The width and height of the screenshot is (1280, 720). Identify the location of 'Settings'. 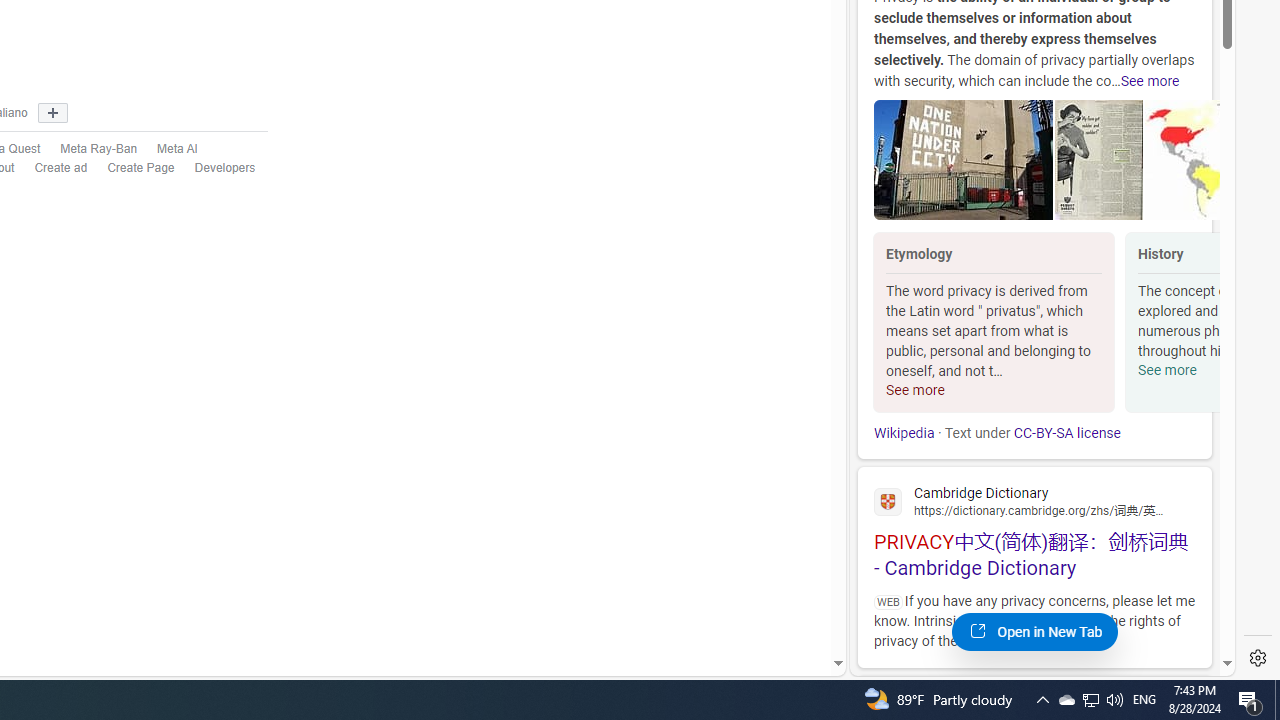
(1257, 658).